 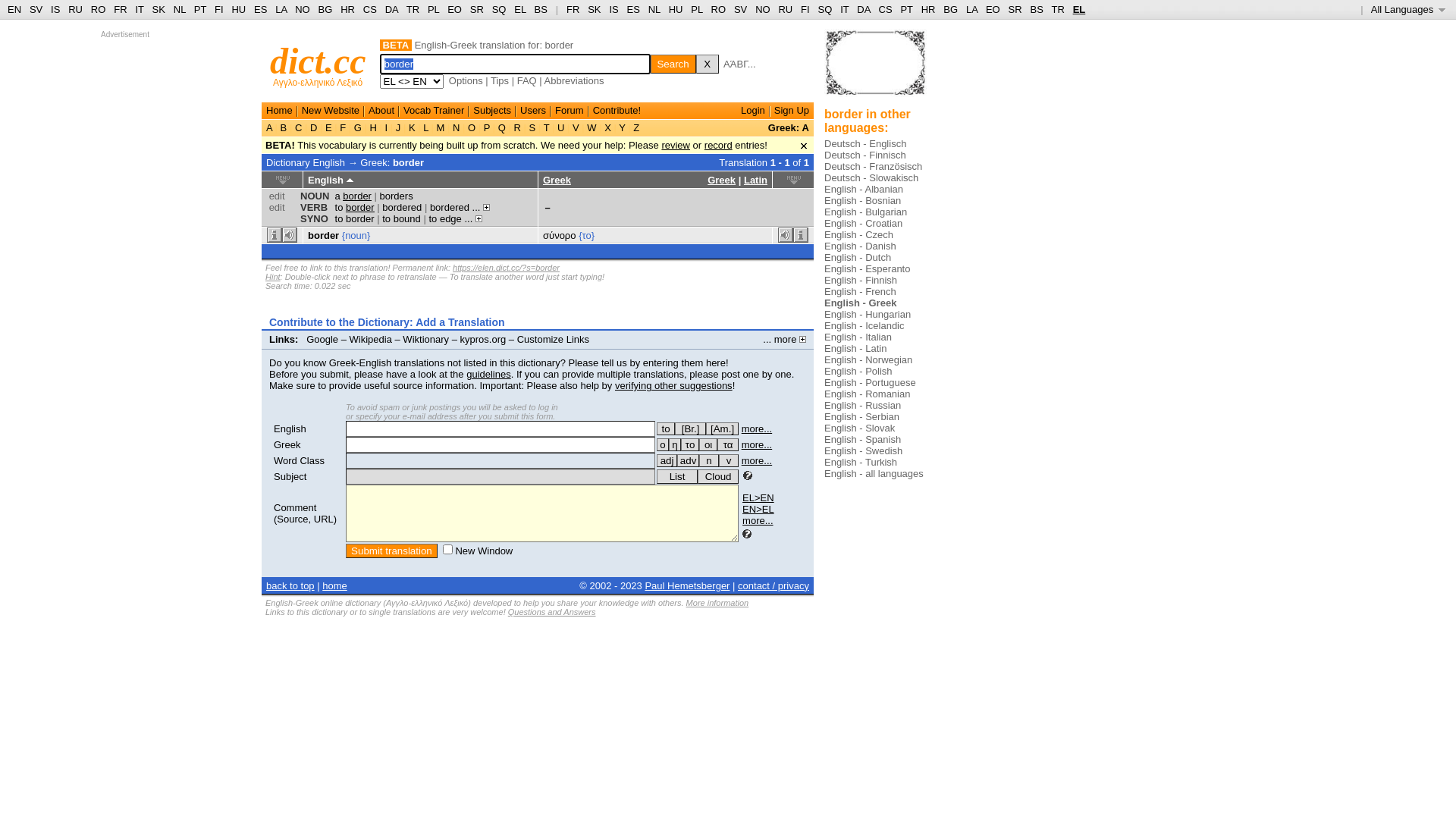 What do you see at coordinates (689, 428) in the screenshot?
I see `'(esp.) British English'` at bounding box center [689, 428].